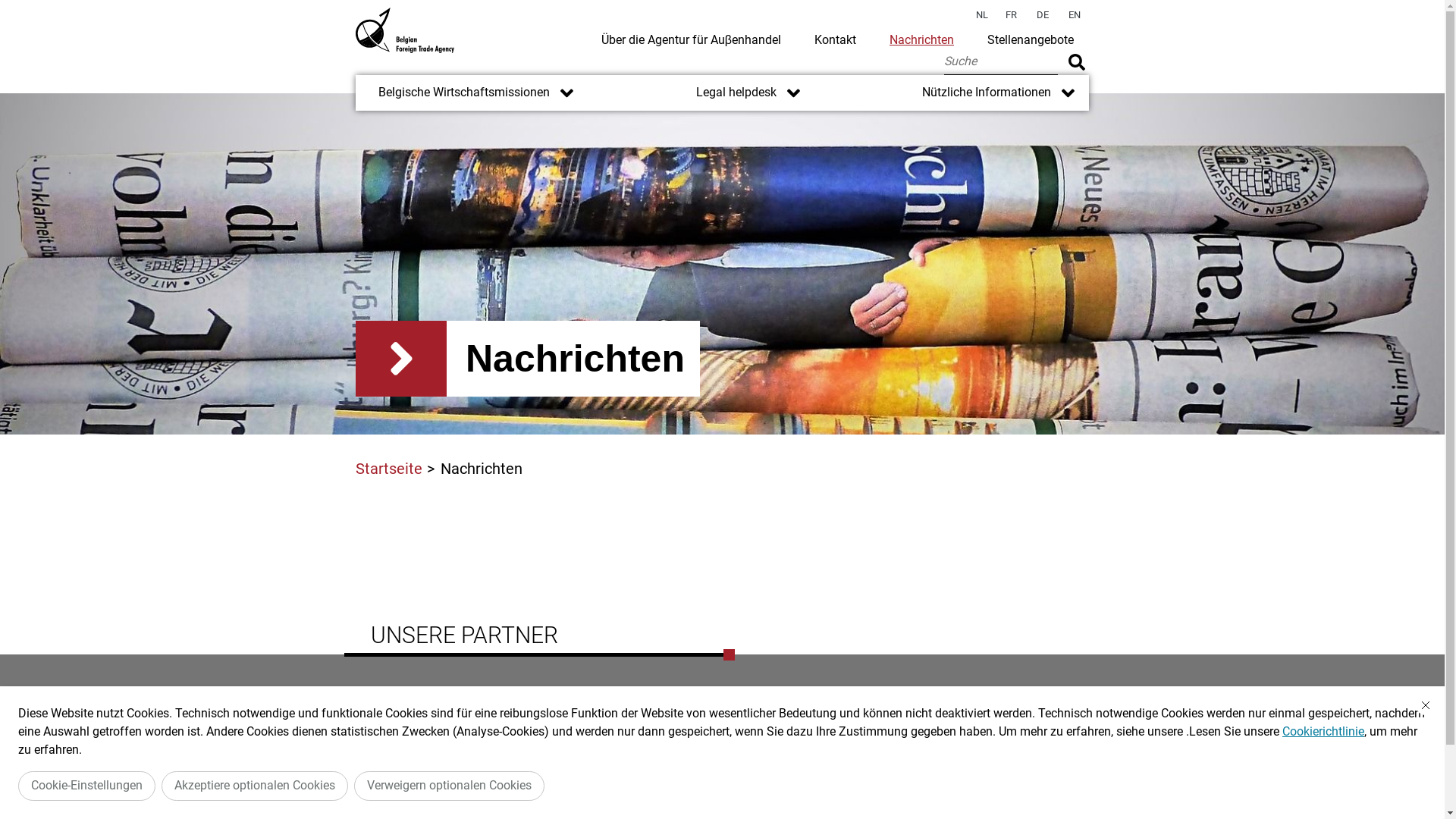  What do you see at coordinates (783, 93) in the screenshot?
I see `'Open submenu'` at bounding box center [783, 93].